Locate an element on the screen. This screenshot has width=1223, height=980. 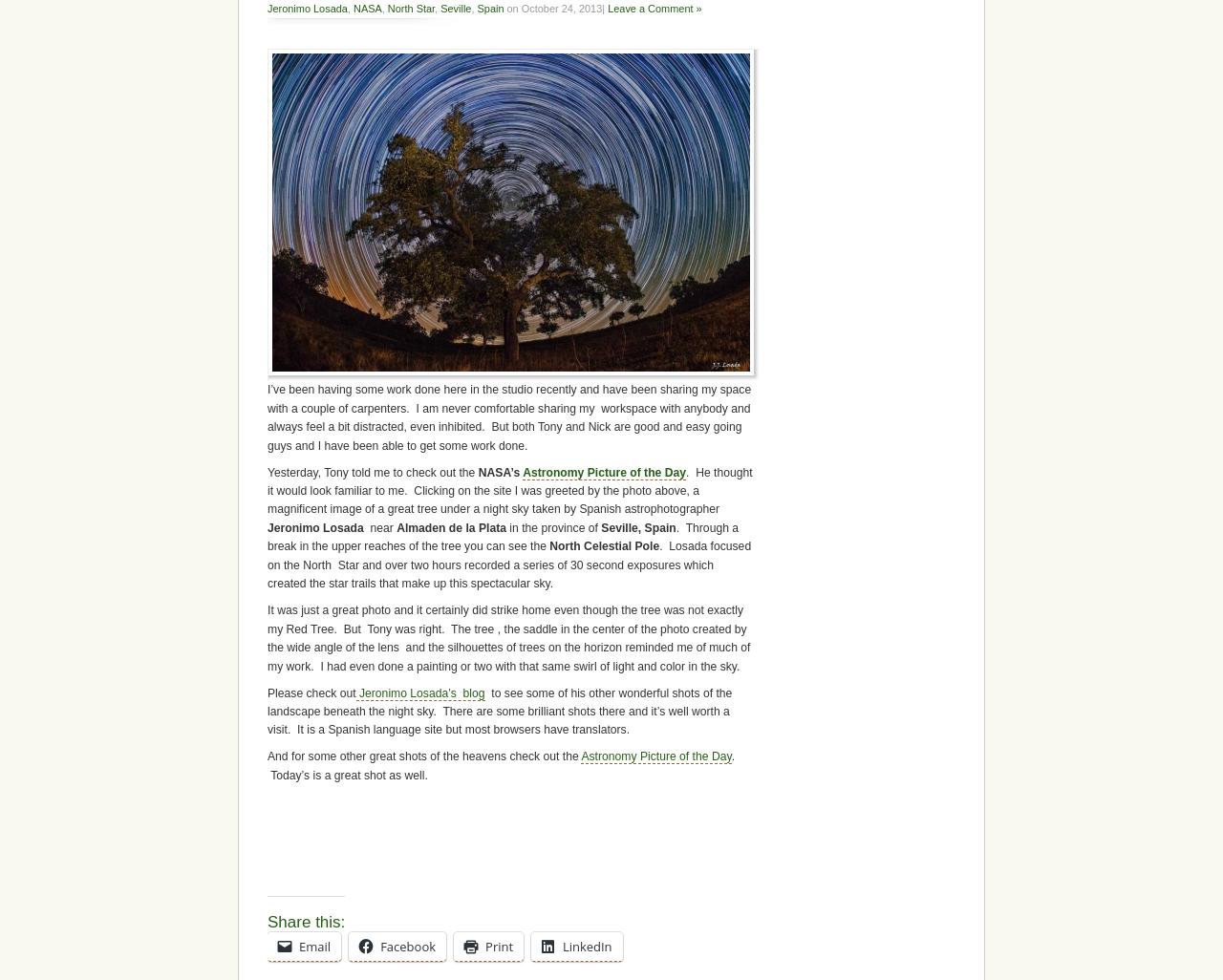
'Email' is located at coordinates (297, 946).